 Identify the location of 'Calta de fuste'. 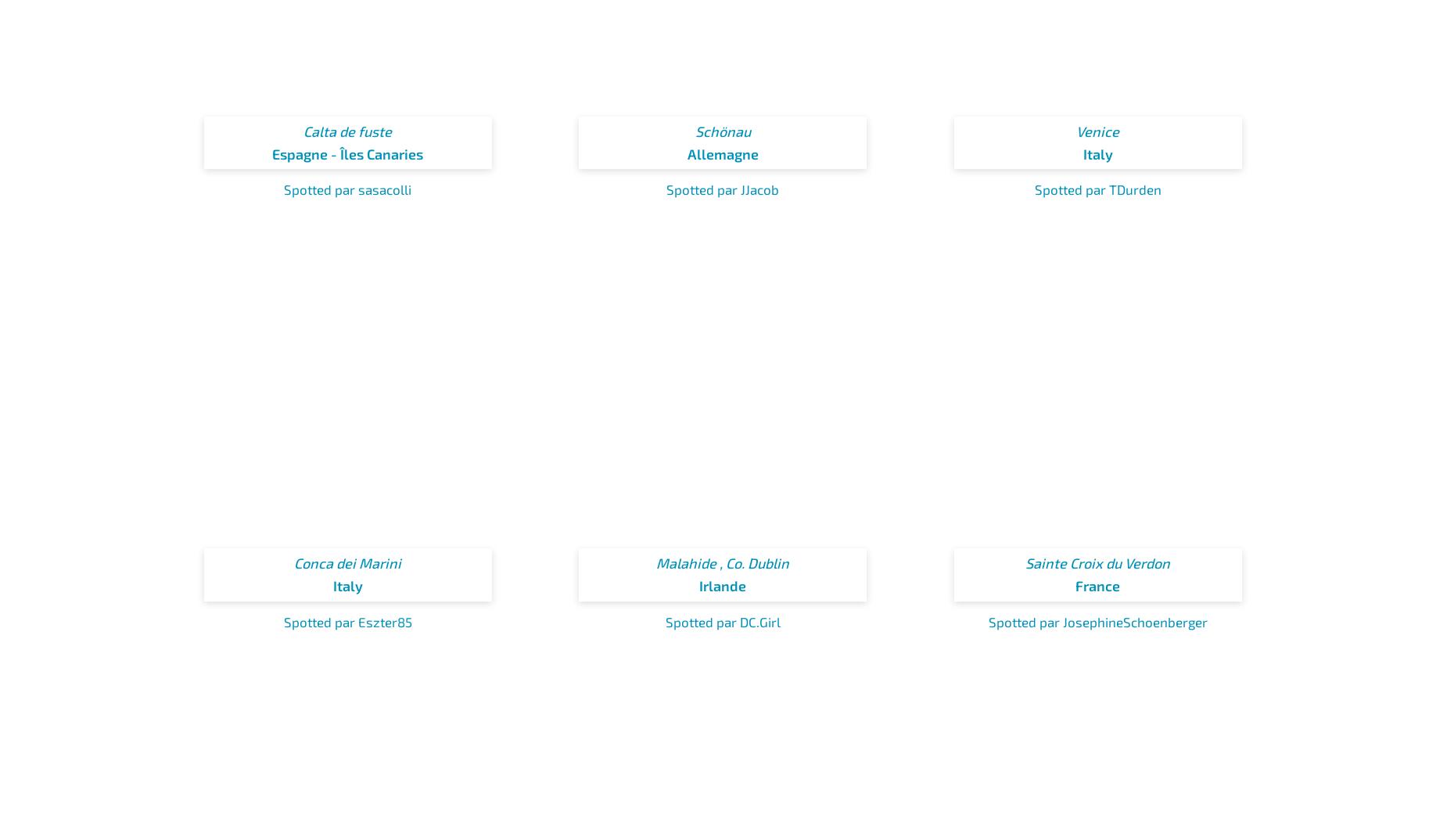
(302, 131).